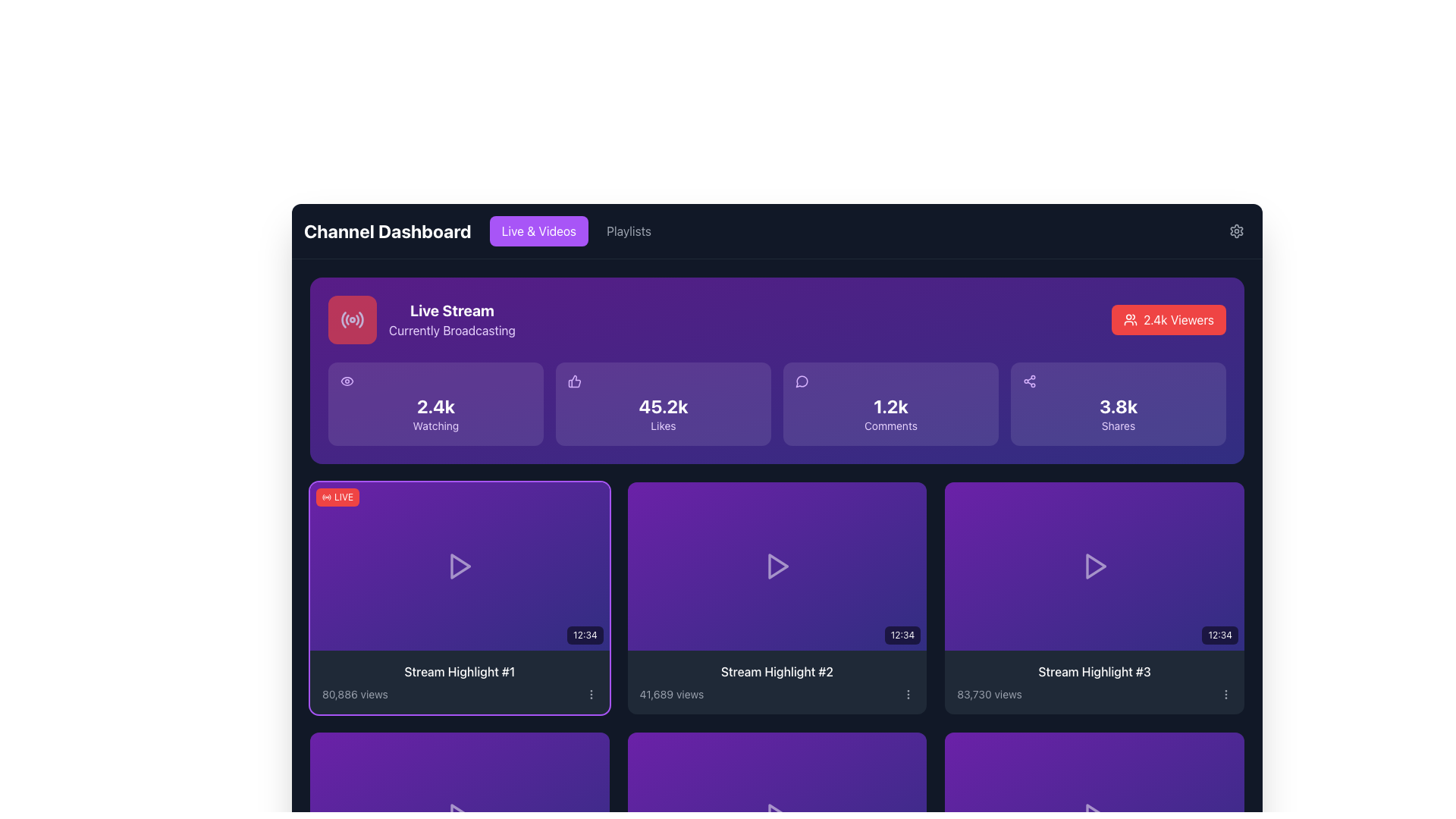 This screenshot has height=819, width=1456. Describe the element at coordinates (590, 694) in the screenshot. I see `the vertical ellipsis icon located in the bottom-right corner of the 'Stream Highlight #1' card` at that location.